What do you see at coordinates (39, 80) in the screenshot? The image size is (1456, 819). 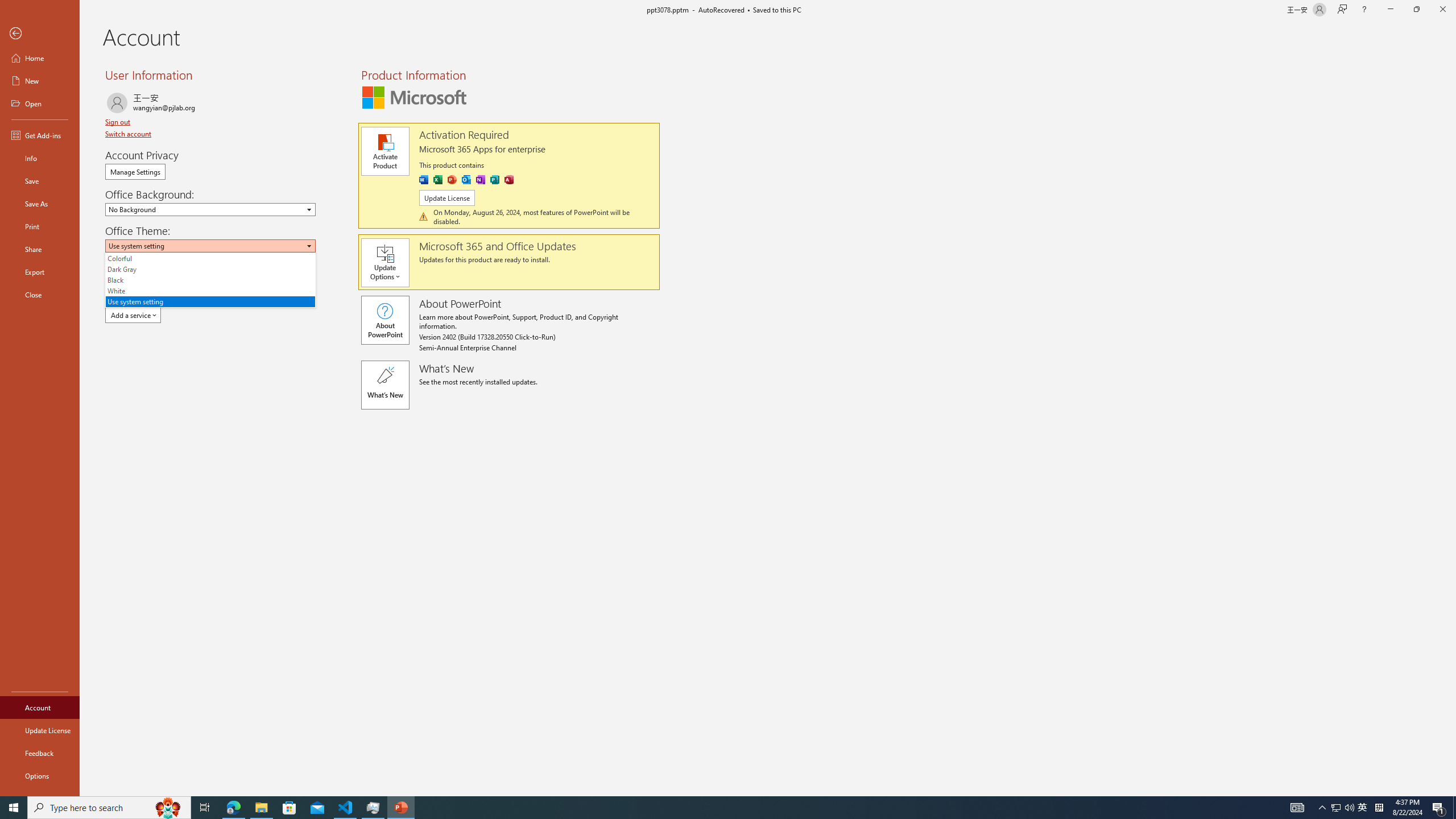 I see `'New'` at bounding box center [39, 80].